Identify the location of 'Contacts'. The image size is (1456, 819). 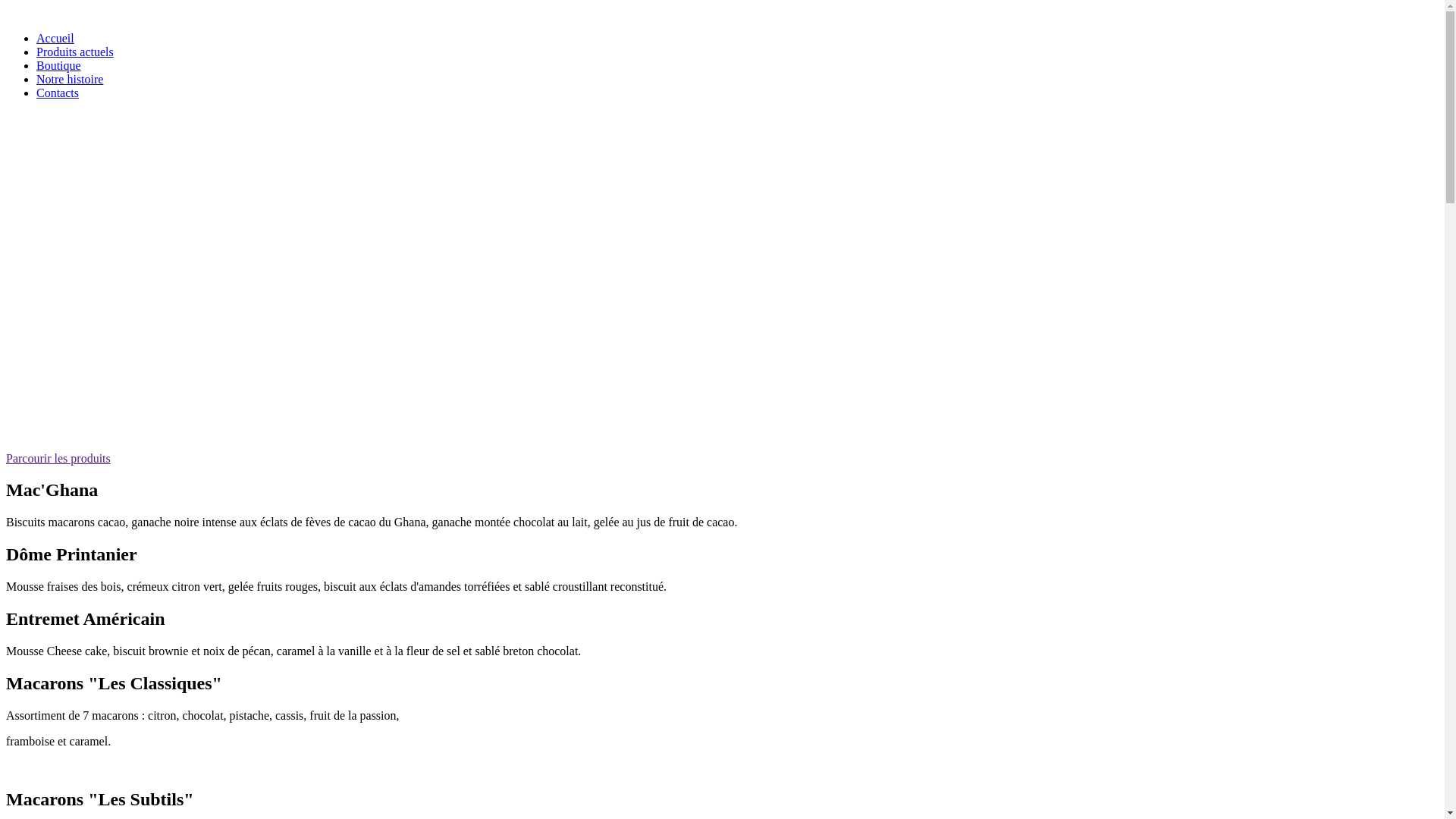
(58, 93).